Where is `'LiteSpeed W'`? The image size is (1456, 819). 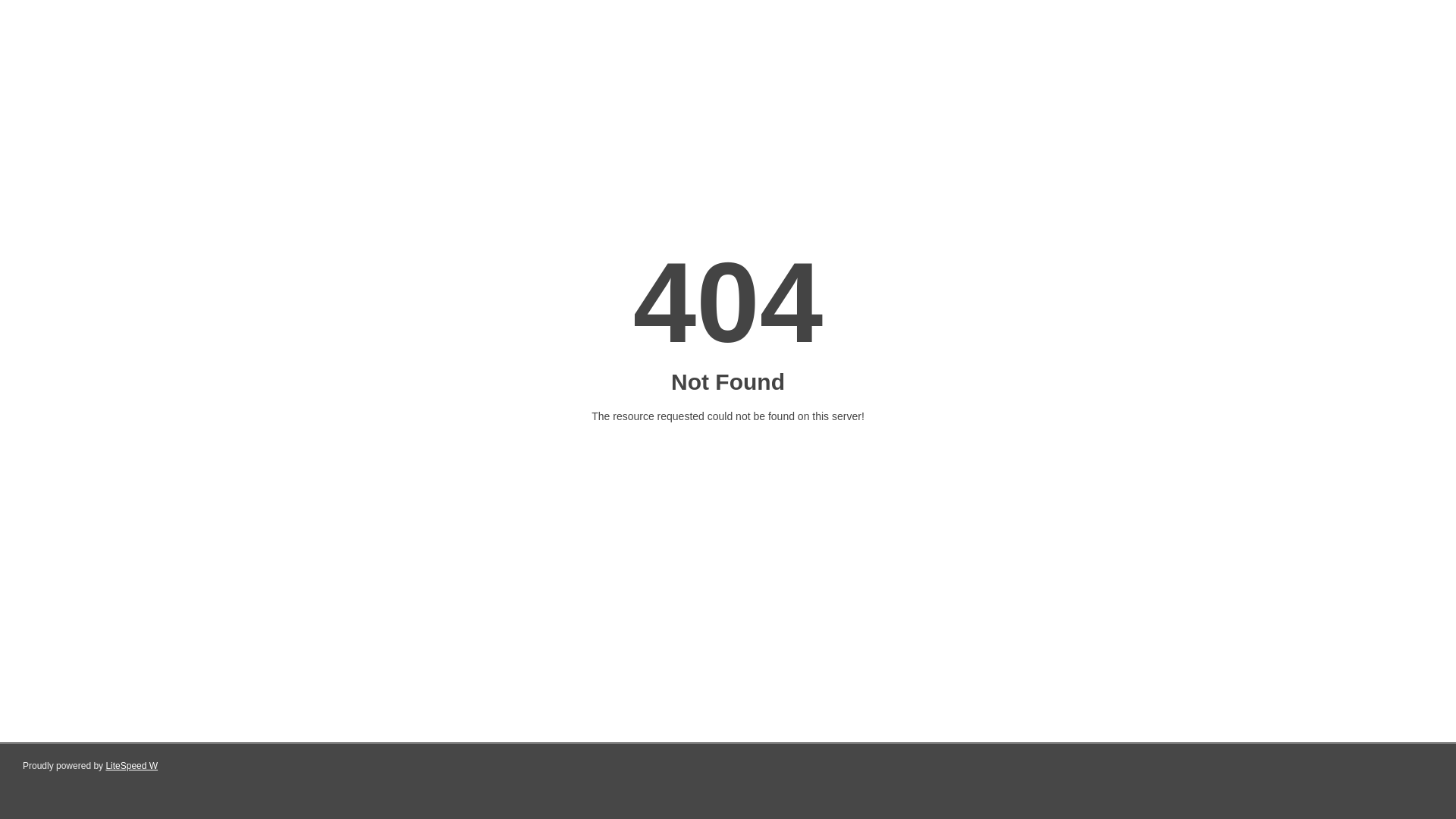 'LiteSpeed W' is located at coordinates (131, 766).